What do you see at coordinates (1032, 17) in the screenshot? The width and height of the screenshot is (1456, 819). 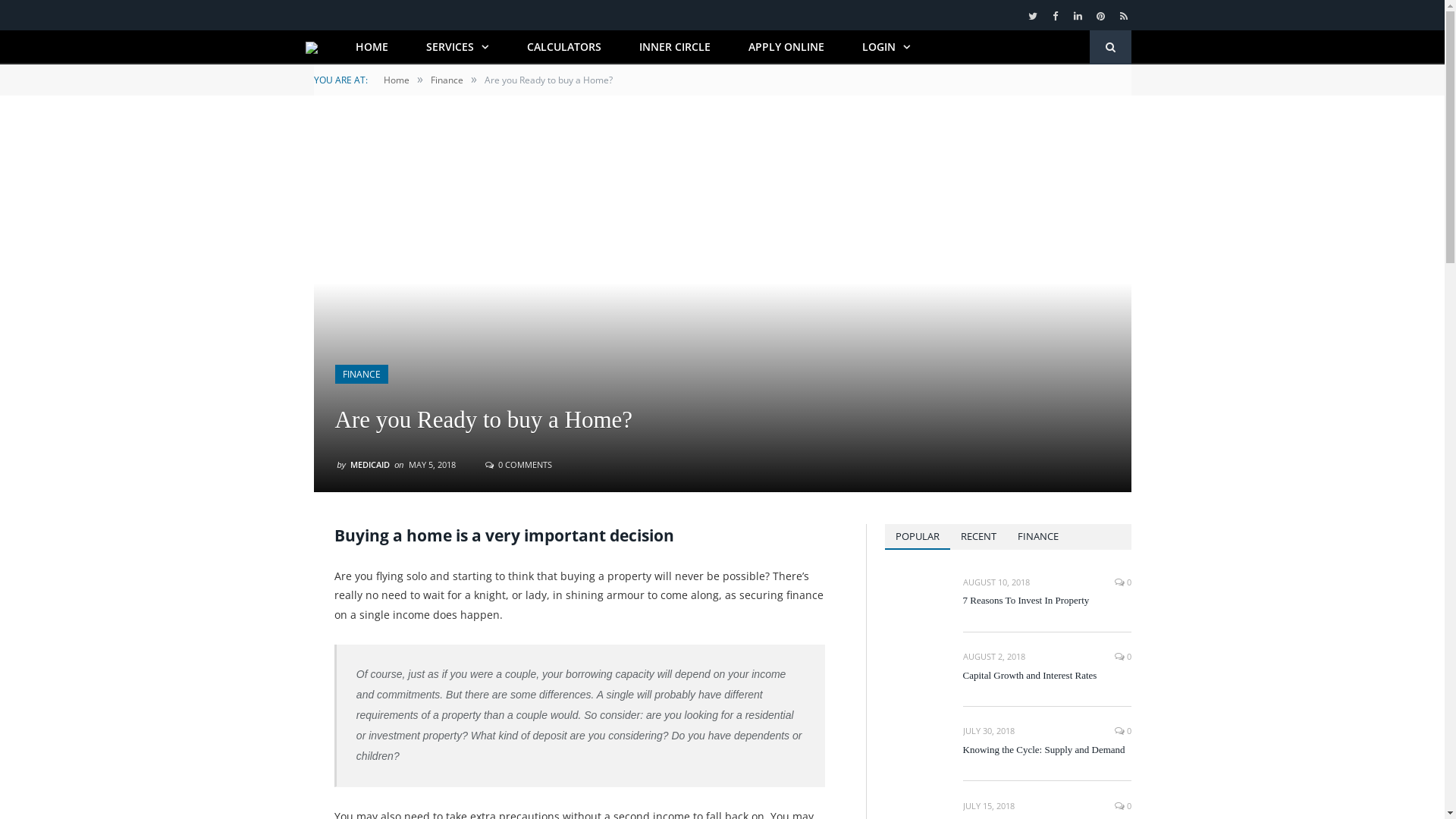 I see `'Twitter'` at bounding box center [1032, 17].